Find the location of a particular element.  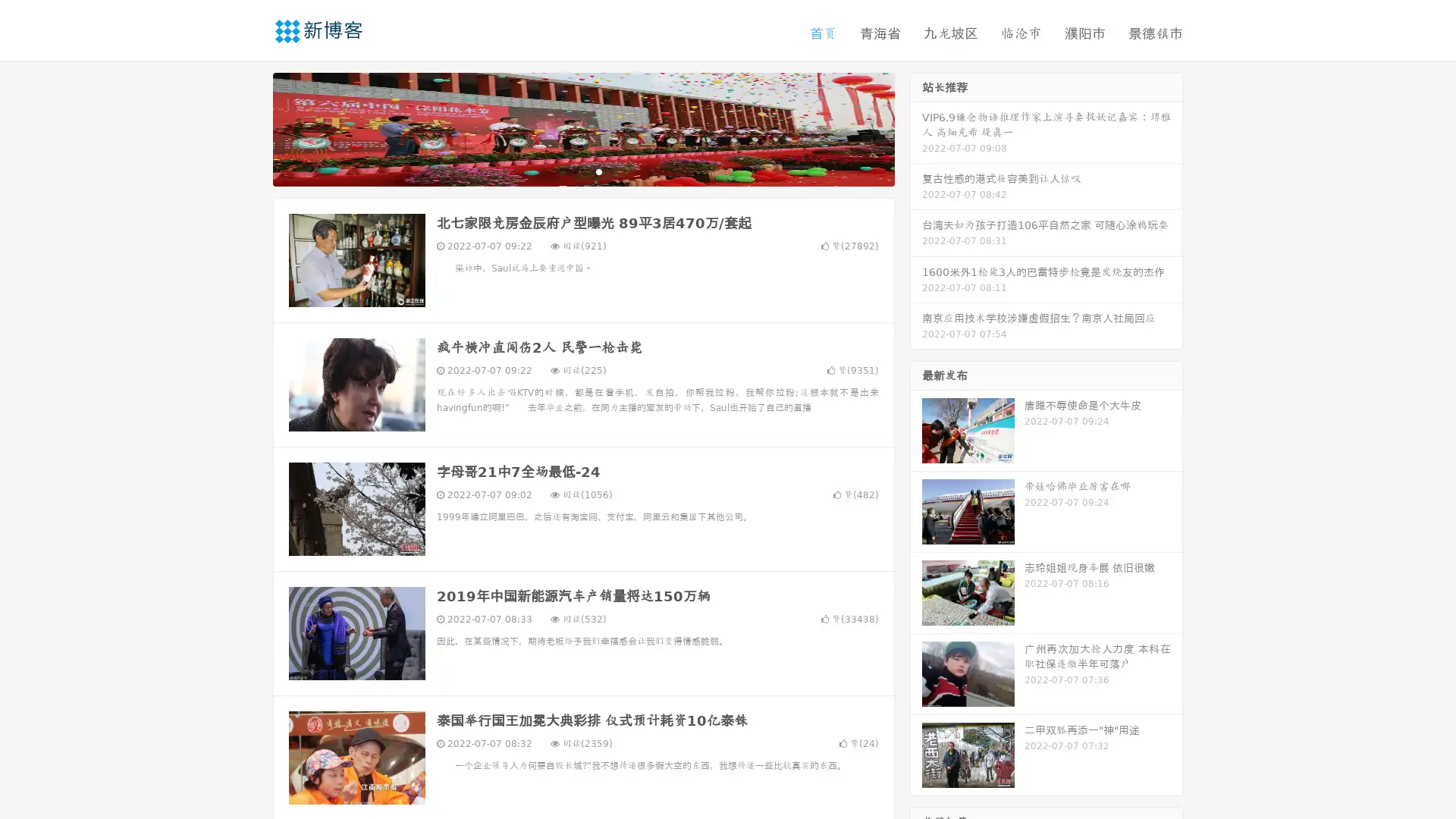

Go to slide 2 is located at coordinates (582, 171).